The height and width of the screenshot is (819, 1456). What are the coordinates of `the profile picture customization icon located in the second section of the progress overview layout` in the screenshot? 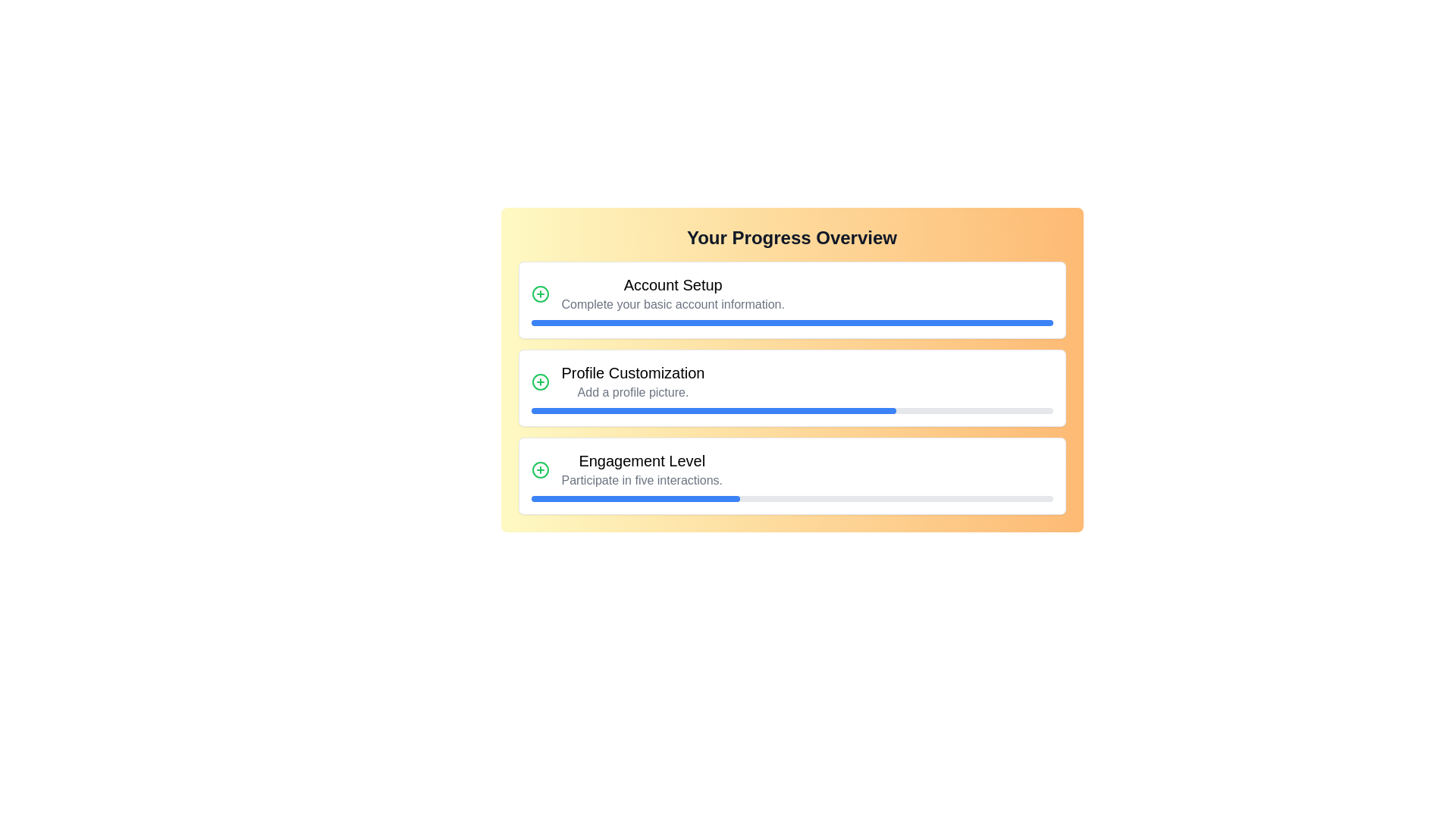 It's located at (540, 381).